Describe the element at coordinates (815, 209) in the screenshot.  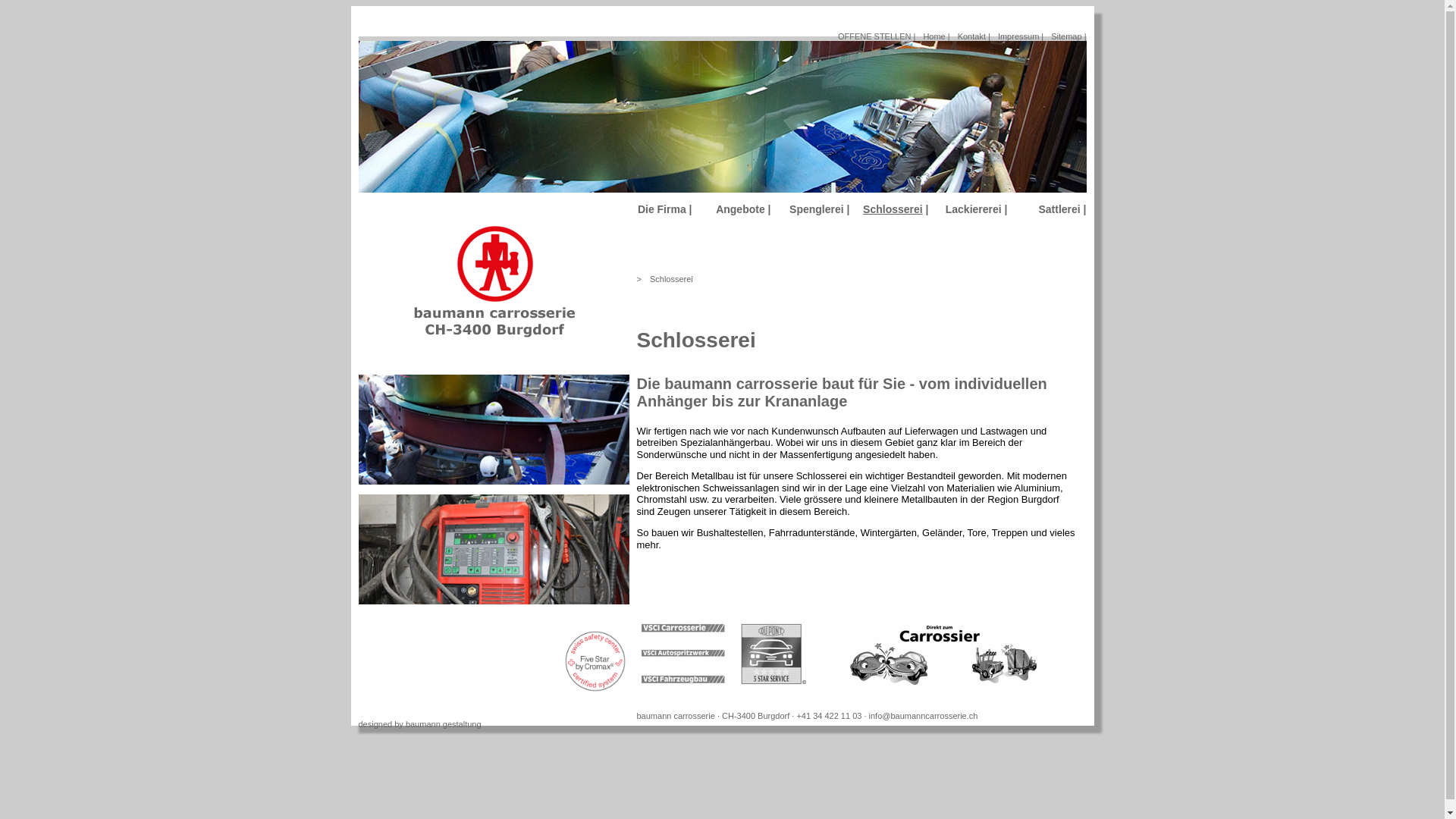
I see `'Spenglerei'` at that location.